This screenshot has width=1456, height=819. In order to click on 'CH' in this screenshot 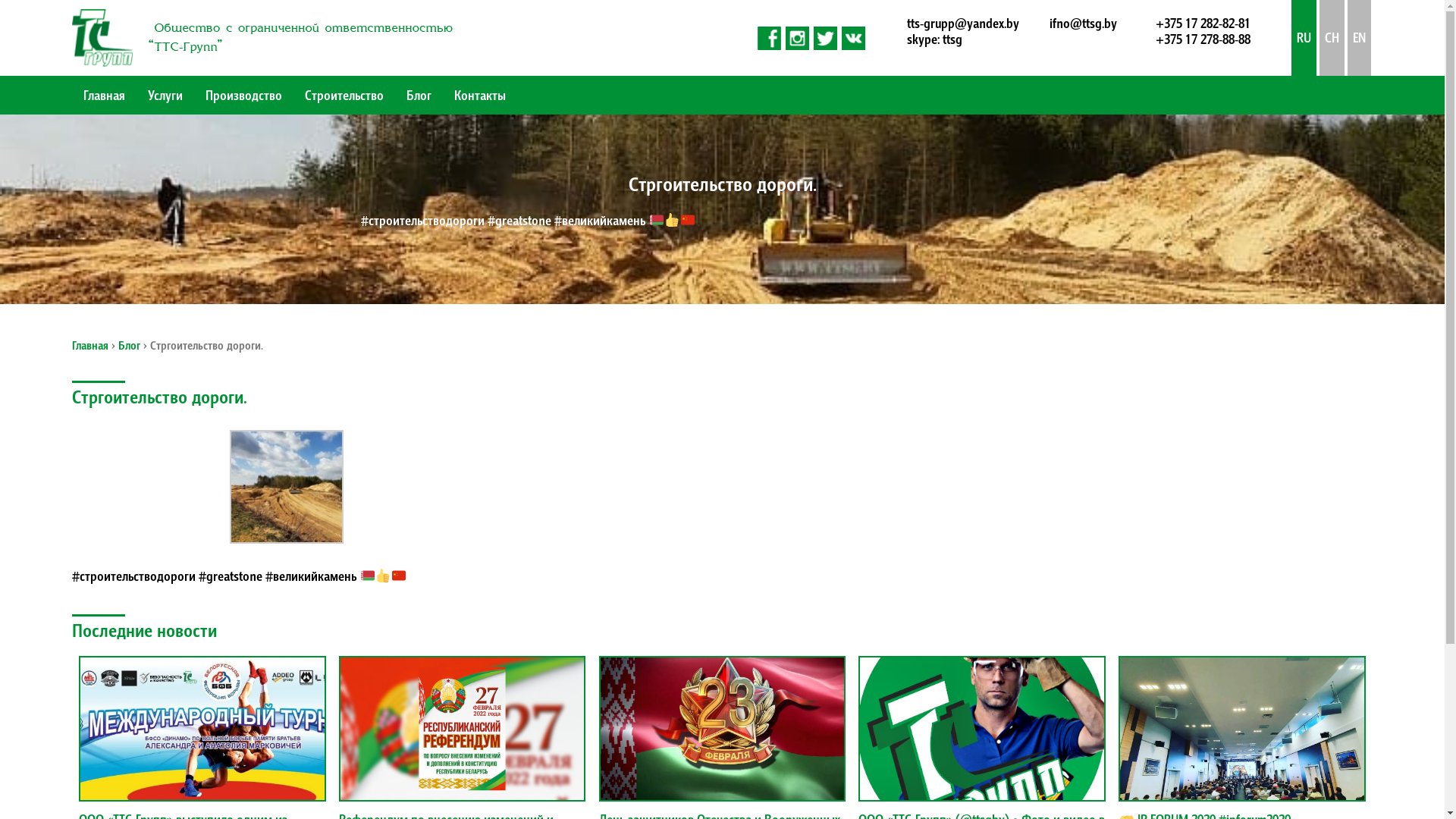, I will do `click(1331, 37)`.